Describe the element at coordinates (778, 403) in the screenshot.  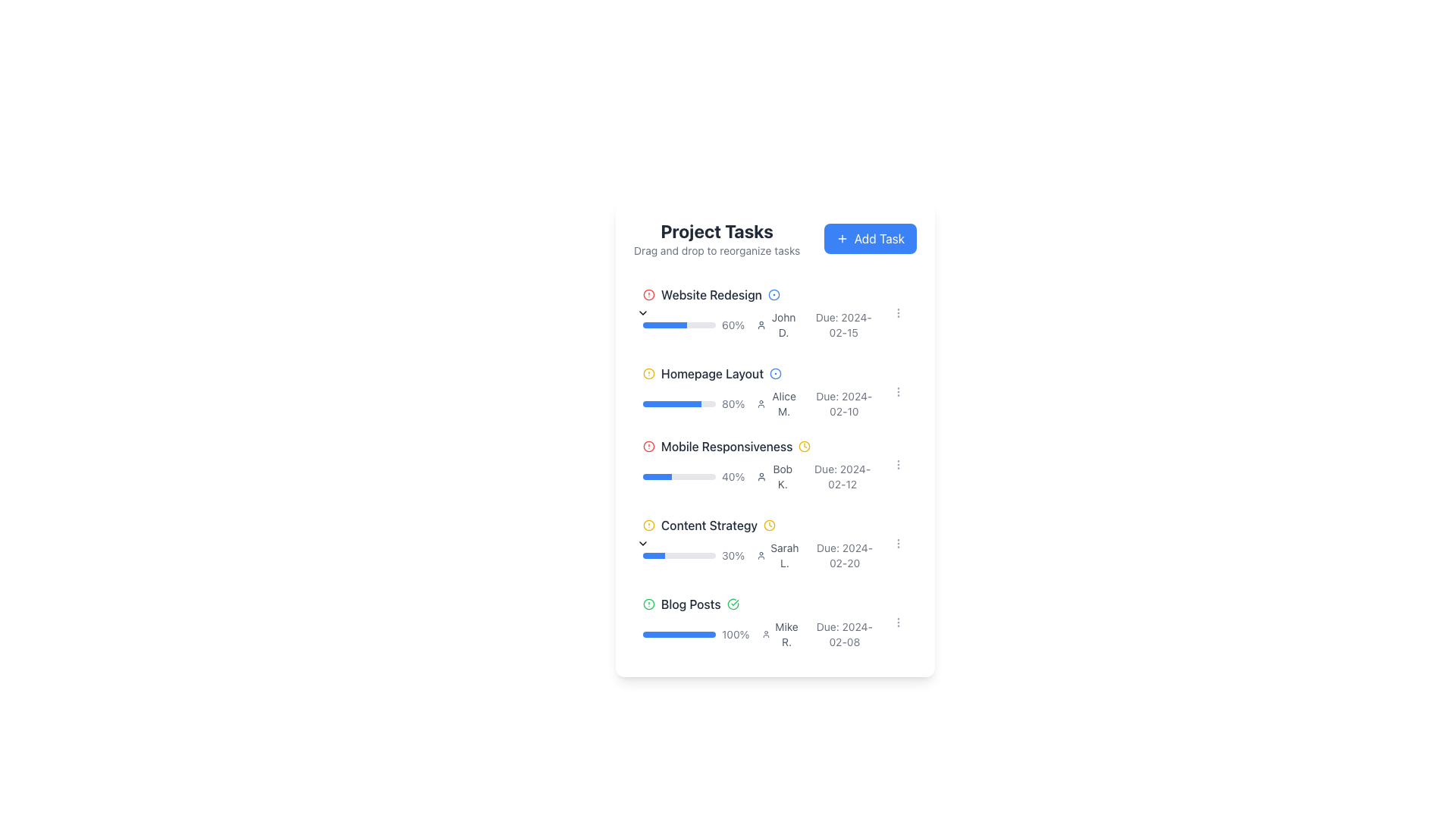
I see `the Label with the text 'Alice M.' and a user profile icon, which is positioned to the right of the progress bar in the task entry titled 'Homepage Layout'` at that location.